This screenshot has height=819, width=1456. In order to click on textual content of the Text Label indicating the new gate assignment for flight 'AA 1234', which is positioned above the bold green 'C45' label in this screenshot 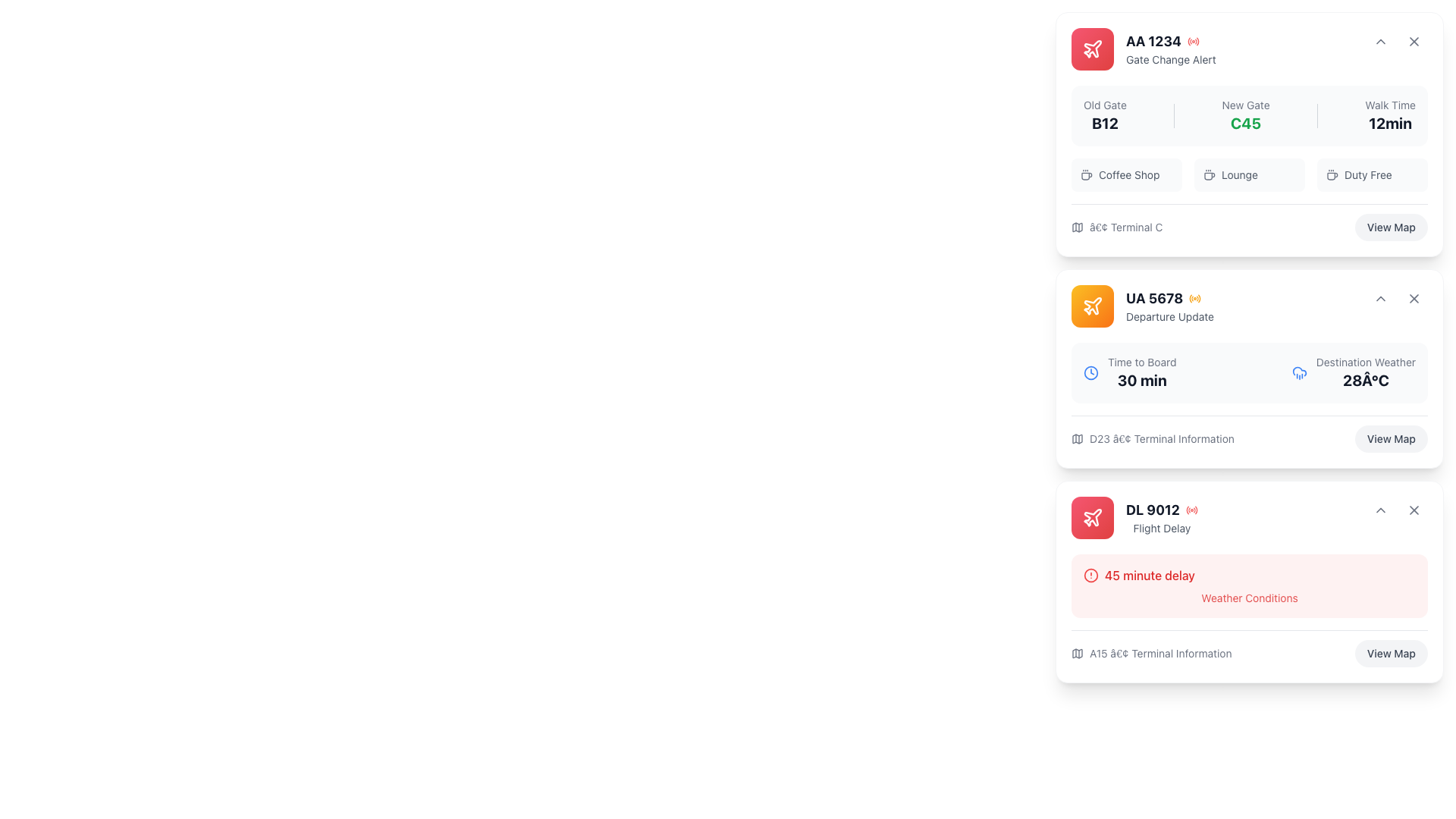, I will do `click(1246, 104)`.